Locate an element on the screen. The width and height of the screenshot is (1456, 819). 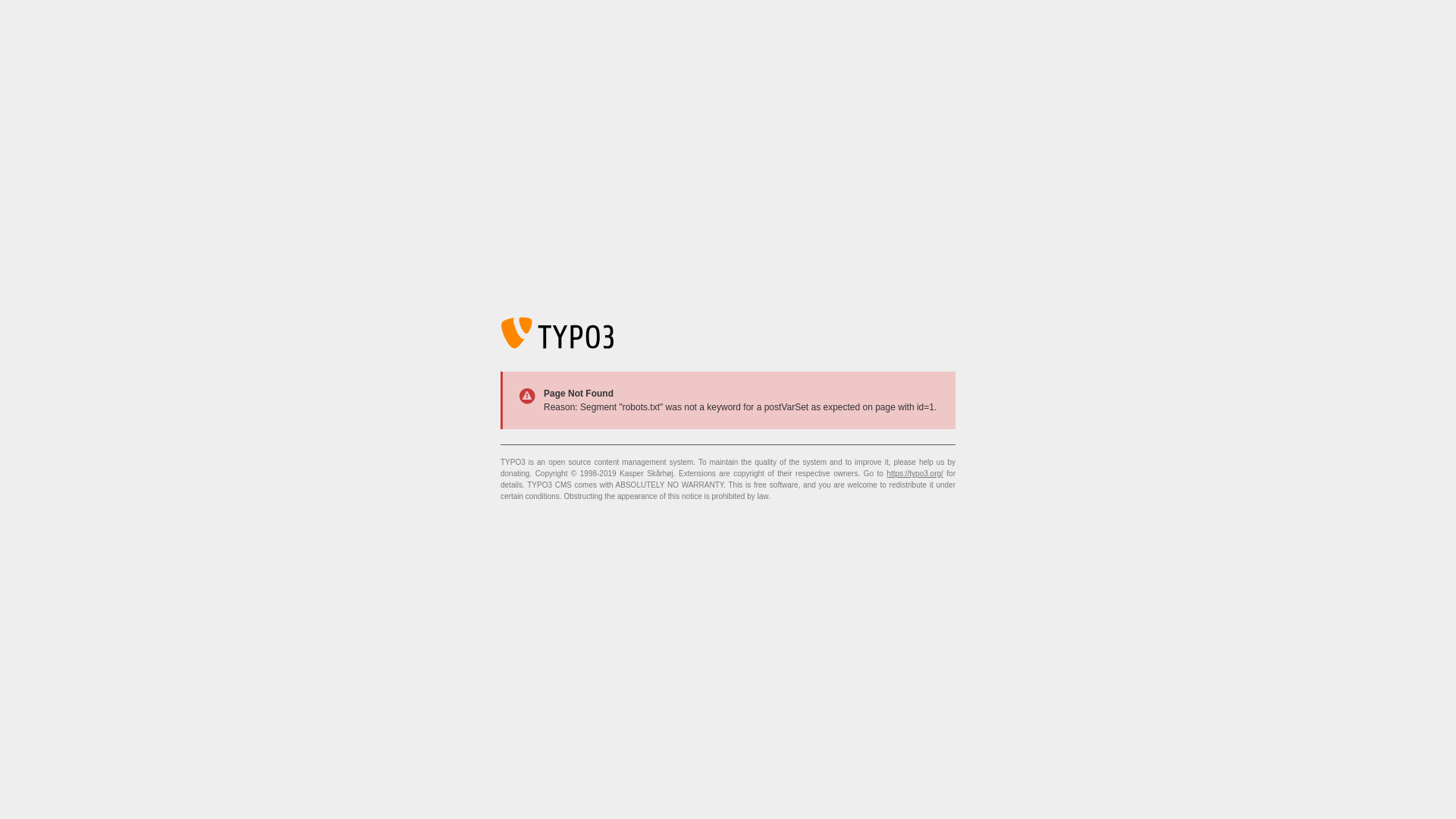
'https://typo3.org/' is located at coordinates (914, 472).